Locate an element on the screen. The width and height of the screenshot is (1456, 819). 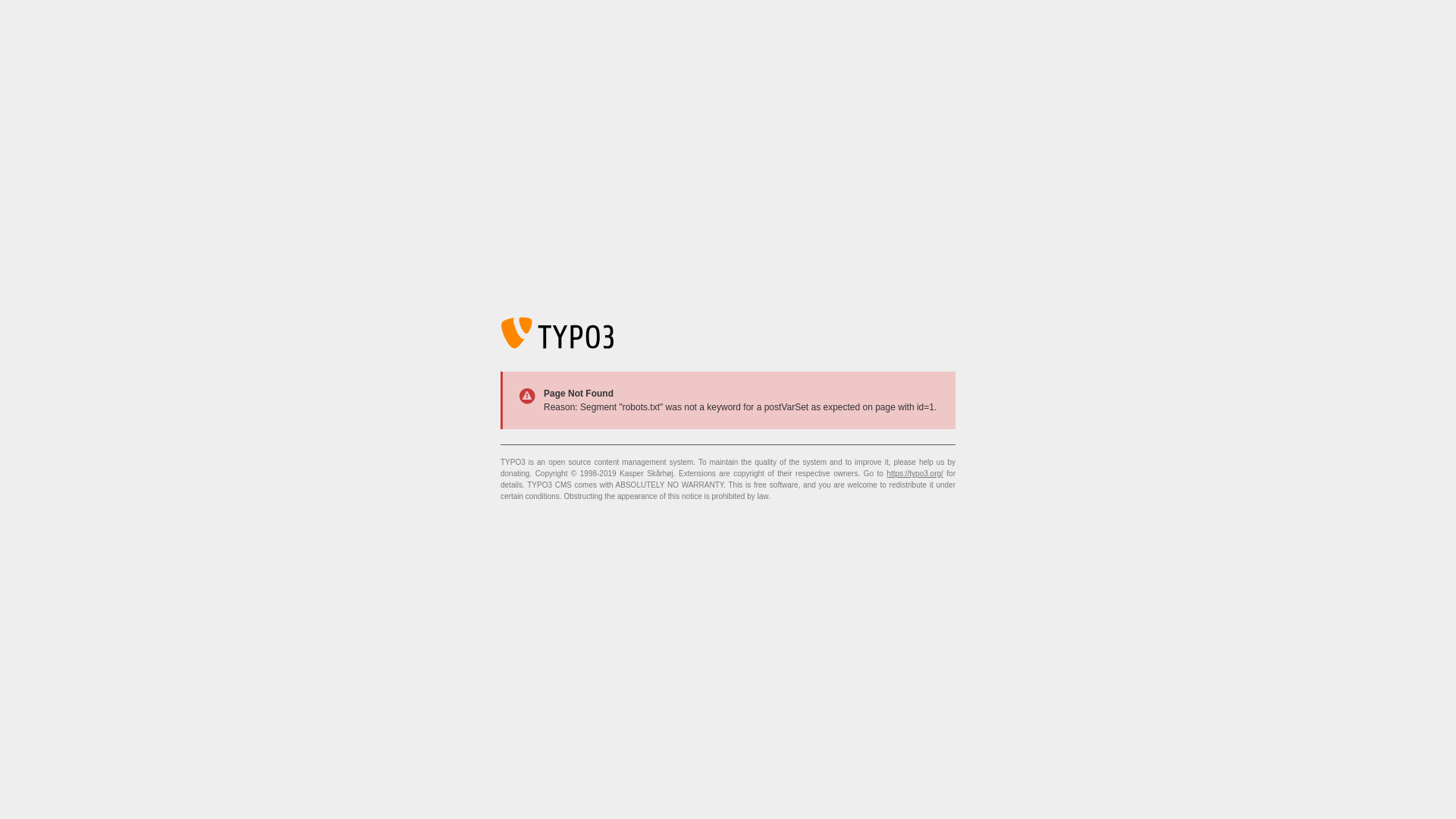
'https://typo3.org/' is located at coordinates (914, 472).